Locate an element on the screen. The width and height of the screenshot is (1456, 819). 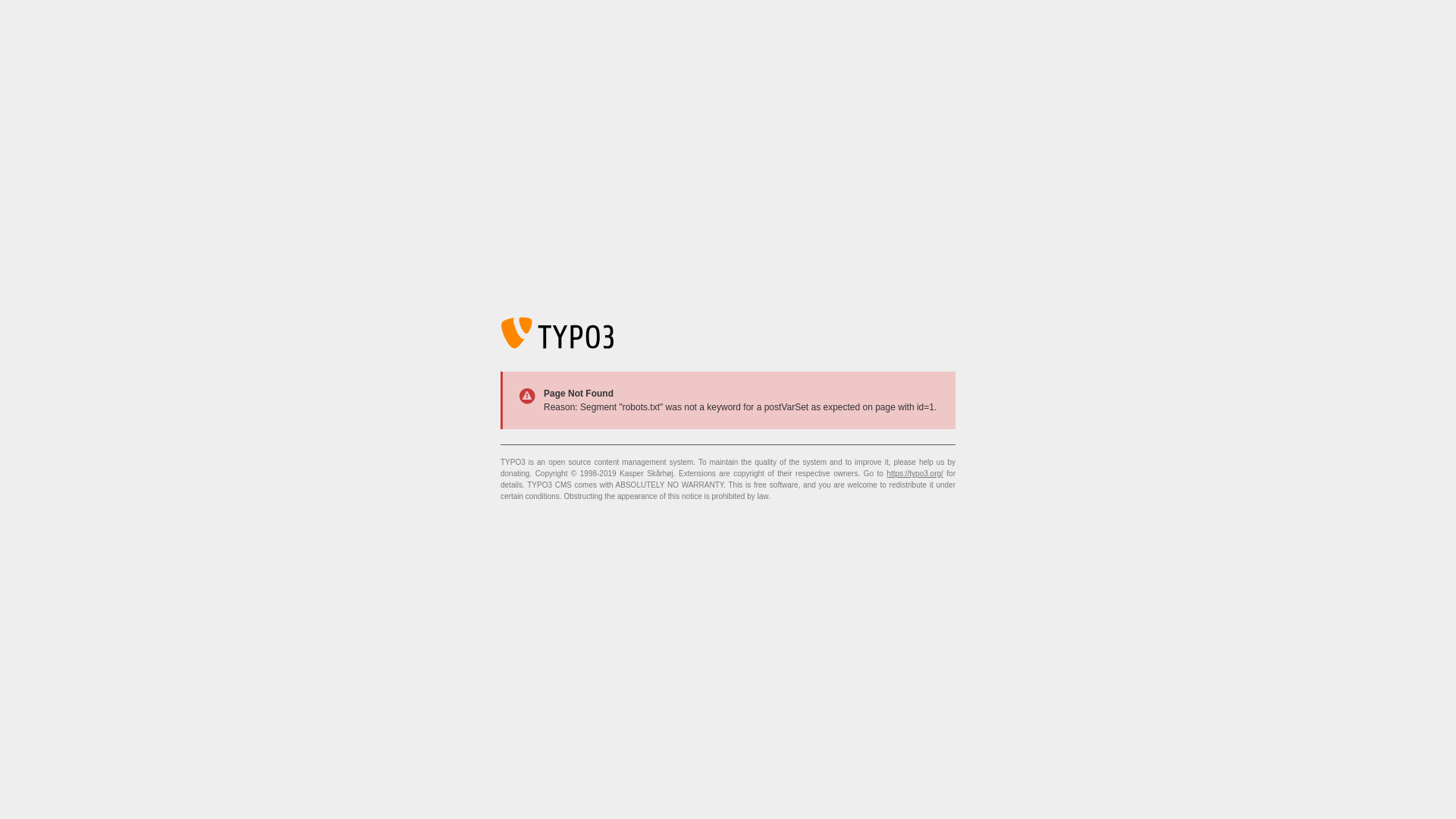
'https://typo3.org/' is located at coordinates (914, 472).